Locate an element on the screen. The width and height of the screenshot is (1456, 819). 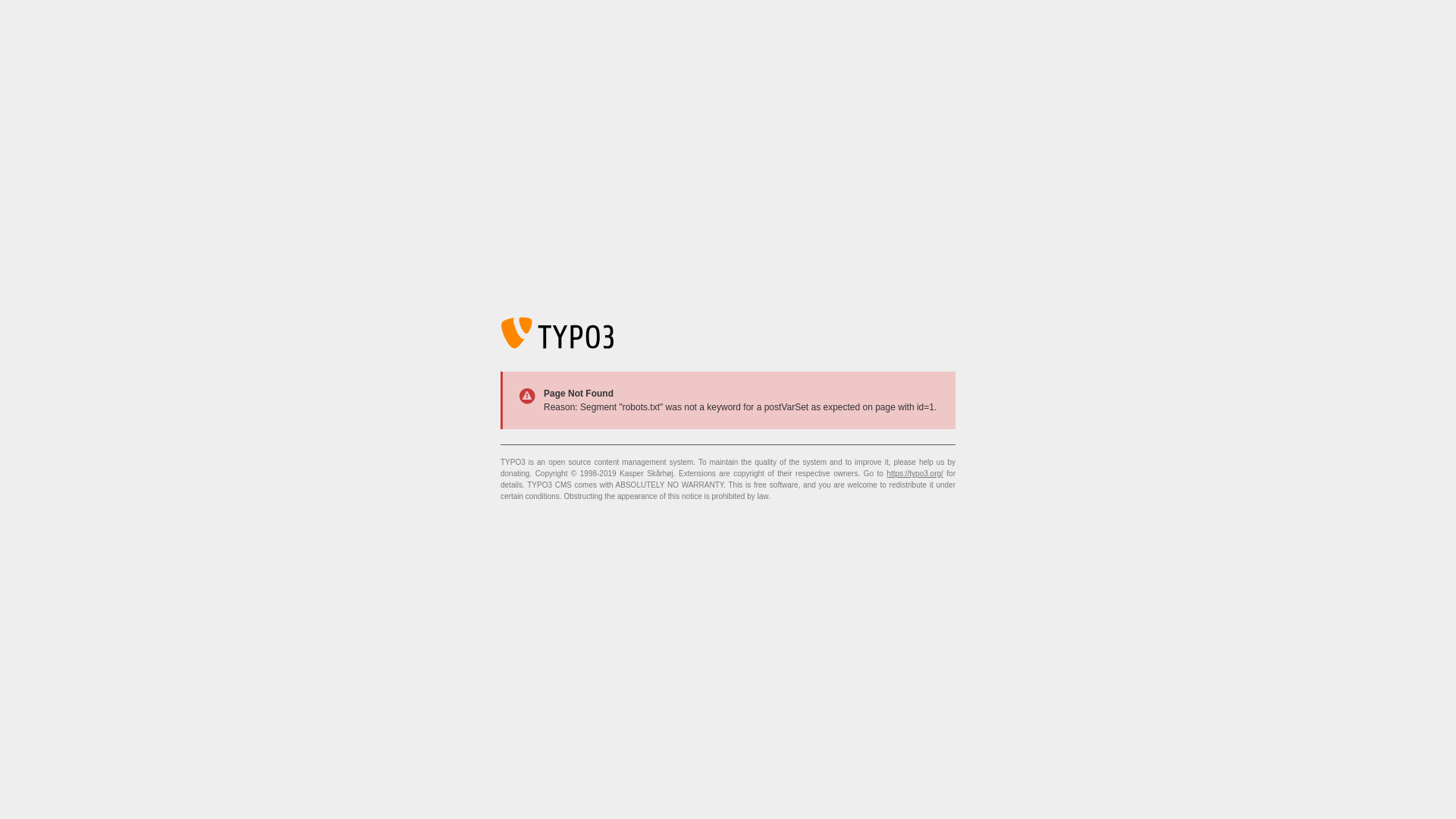
'https://typo3.org/' is located at coordinates (914, 472).